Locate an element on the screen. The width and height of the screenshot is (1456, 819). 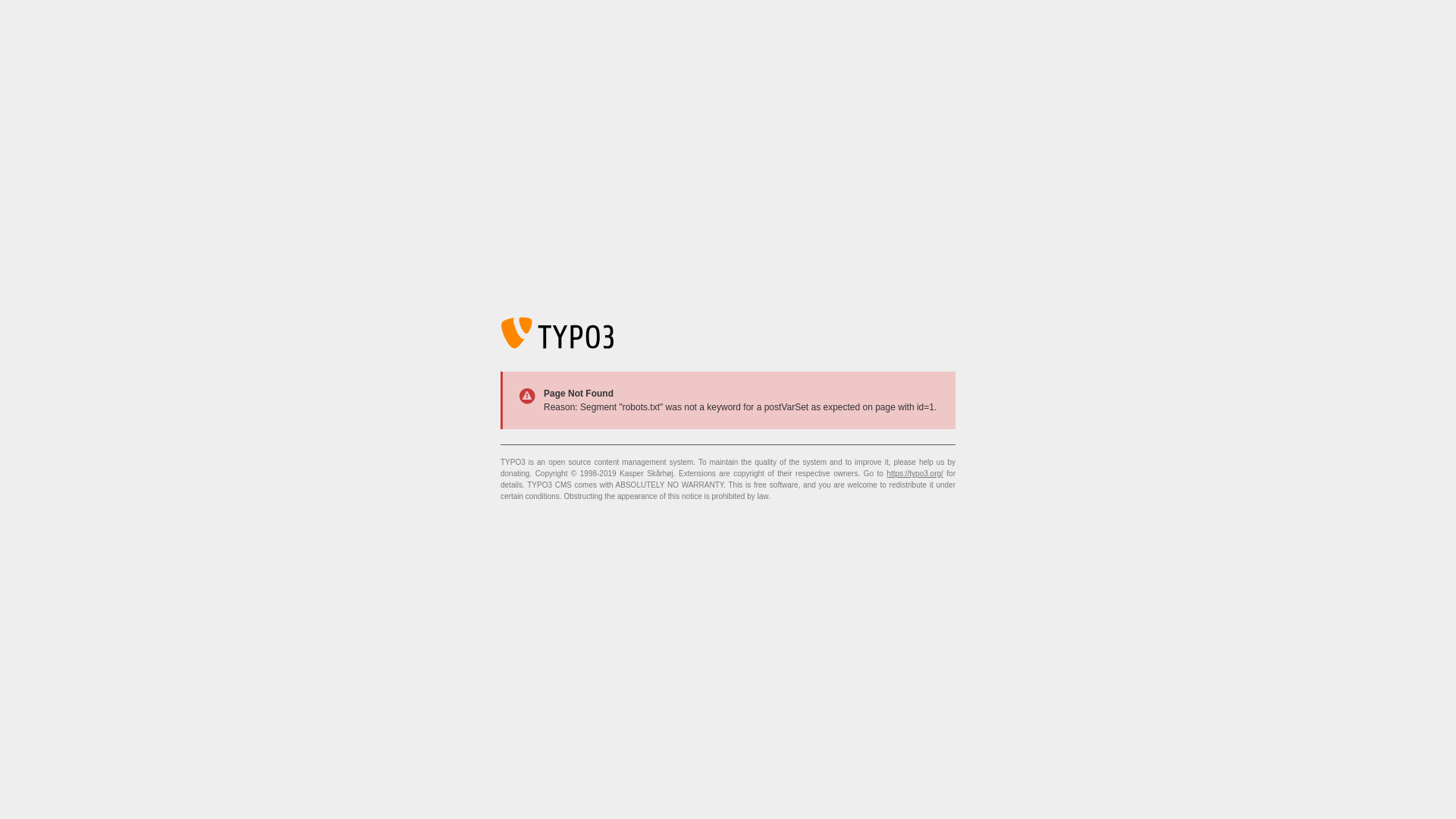
'https://typo3.org/' is located at coordinates (914, 472).